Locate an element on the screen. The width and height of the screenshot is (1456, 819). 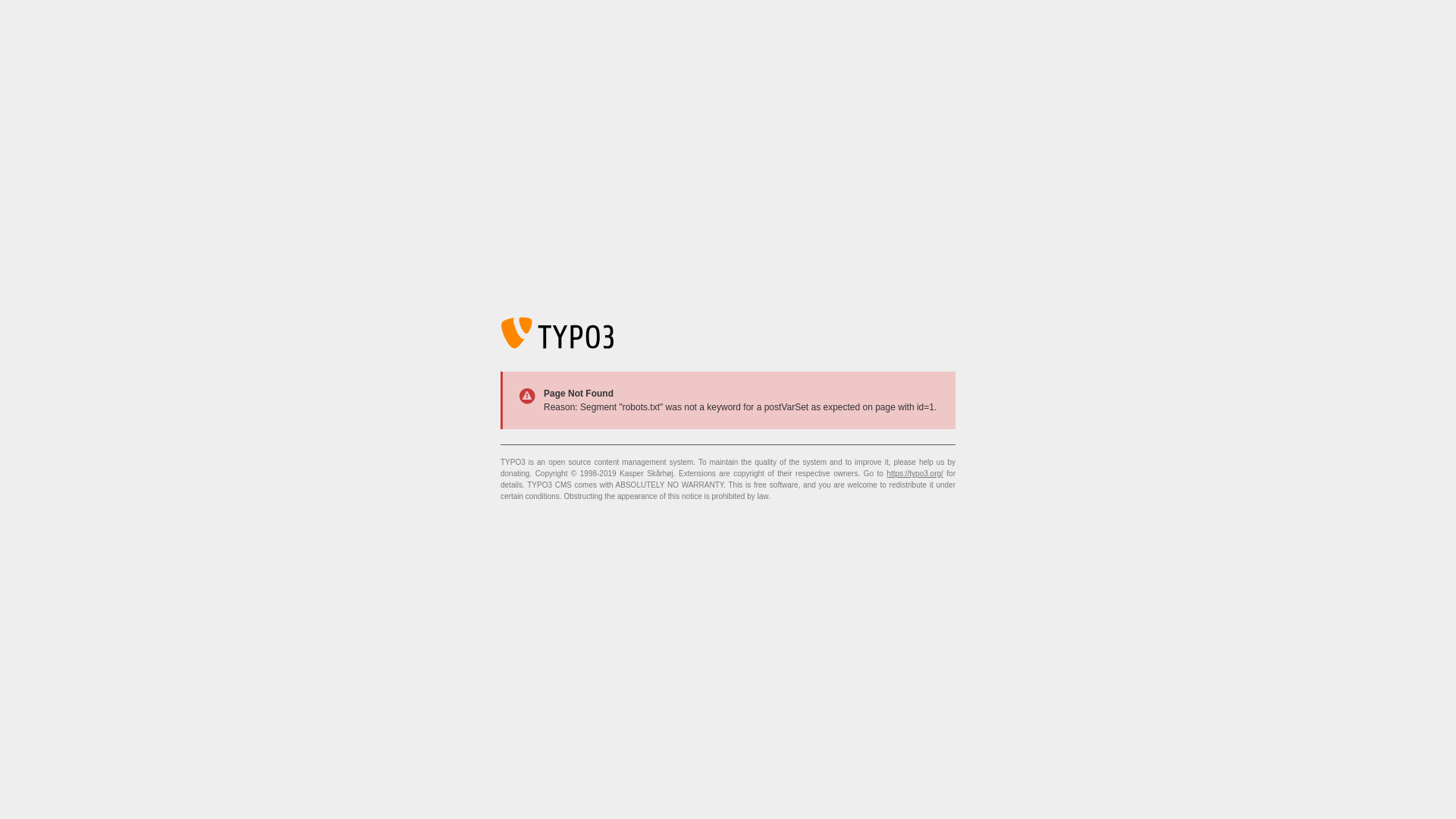
'https://typo3.org/' is located at coordinates (914, 472).